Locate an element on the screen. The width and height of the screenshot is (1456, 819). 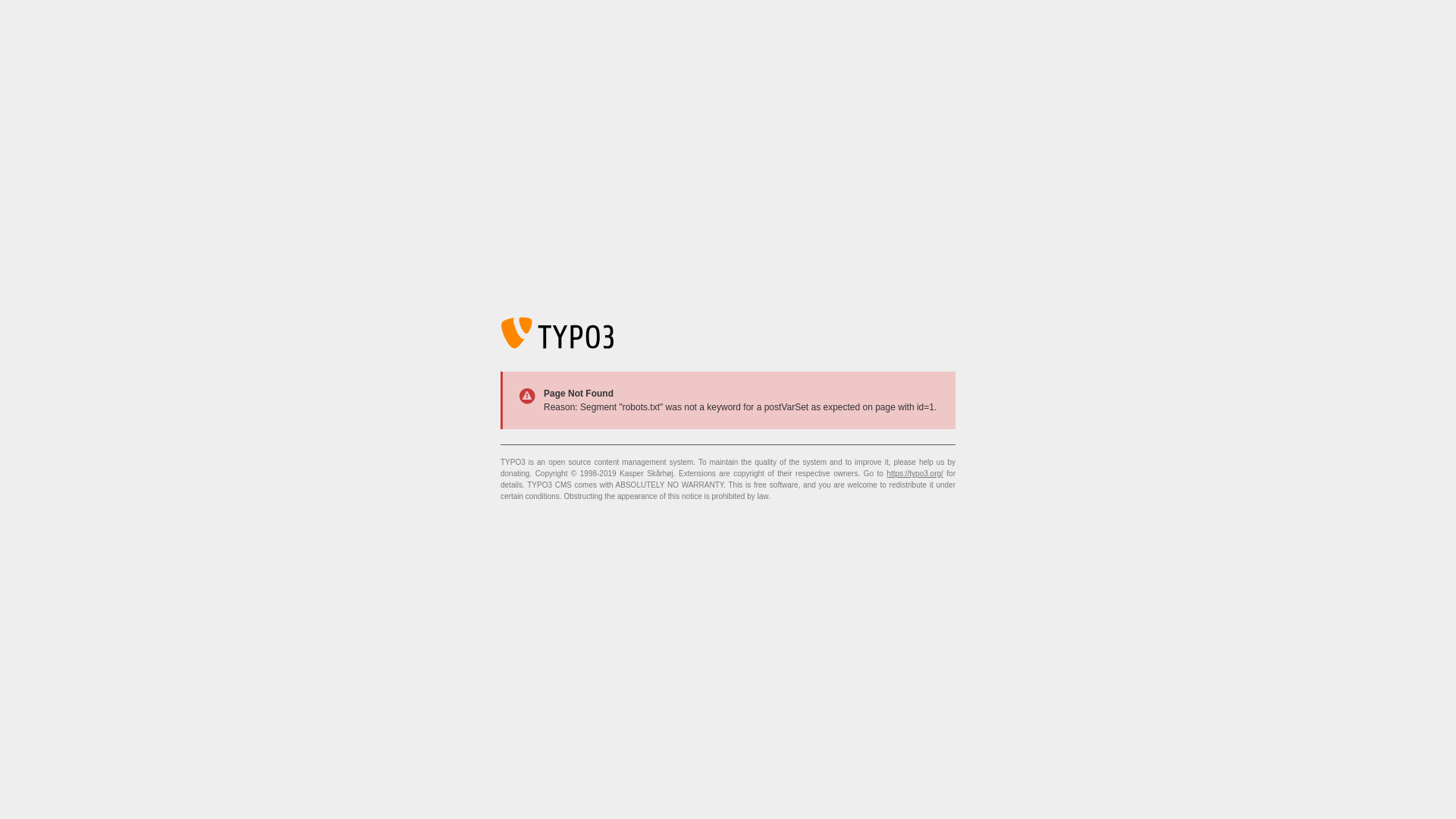
'https://typo3.org/' is located at coordinates (914, 472).